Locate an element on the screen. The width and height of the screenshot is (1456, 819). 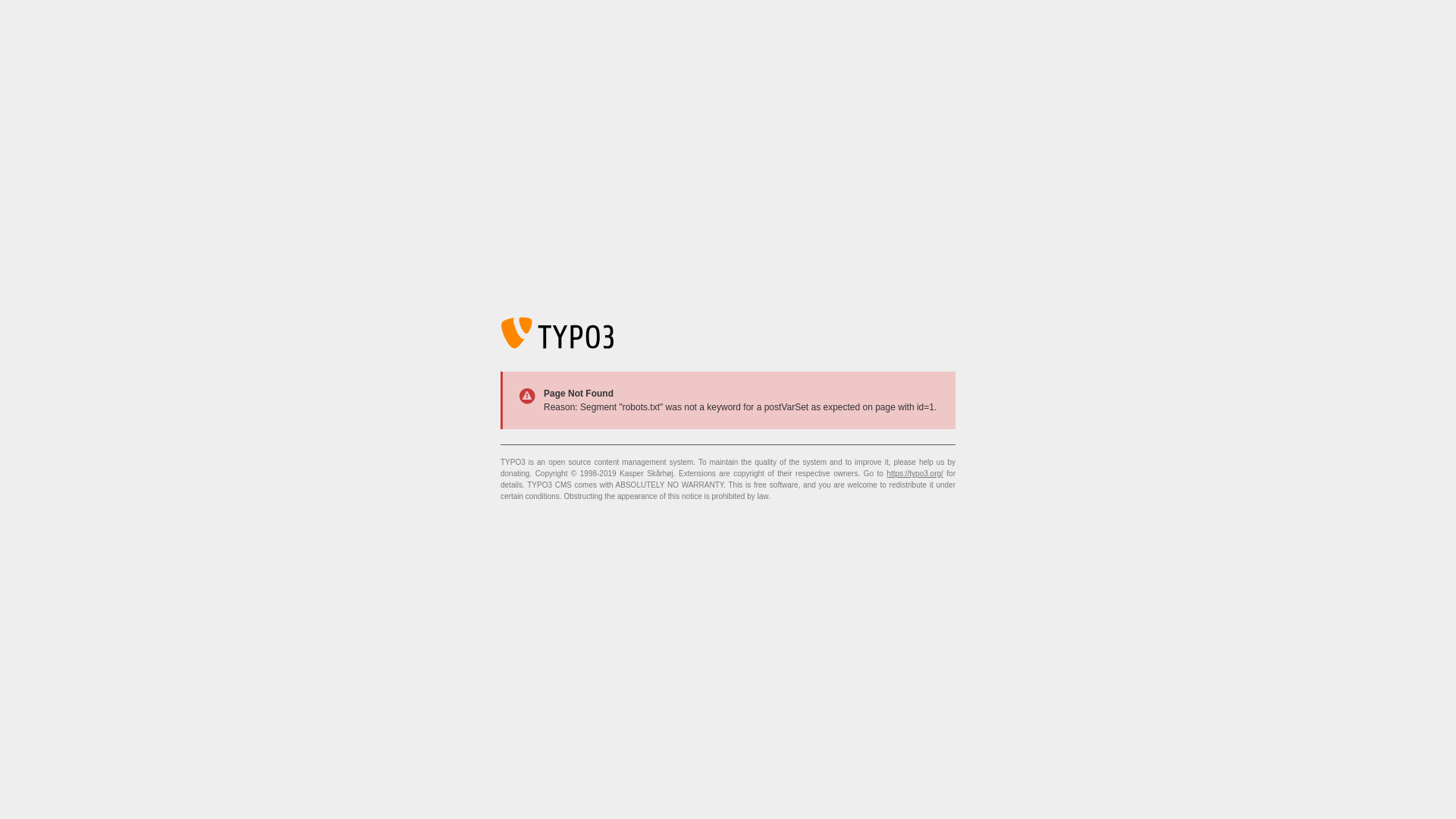
'https://typo3.org/' is located at coordinates (914, 472).